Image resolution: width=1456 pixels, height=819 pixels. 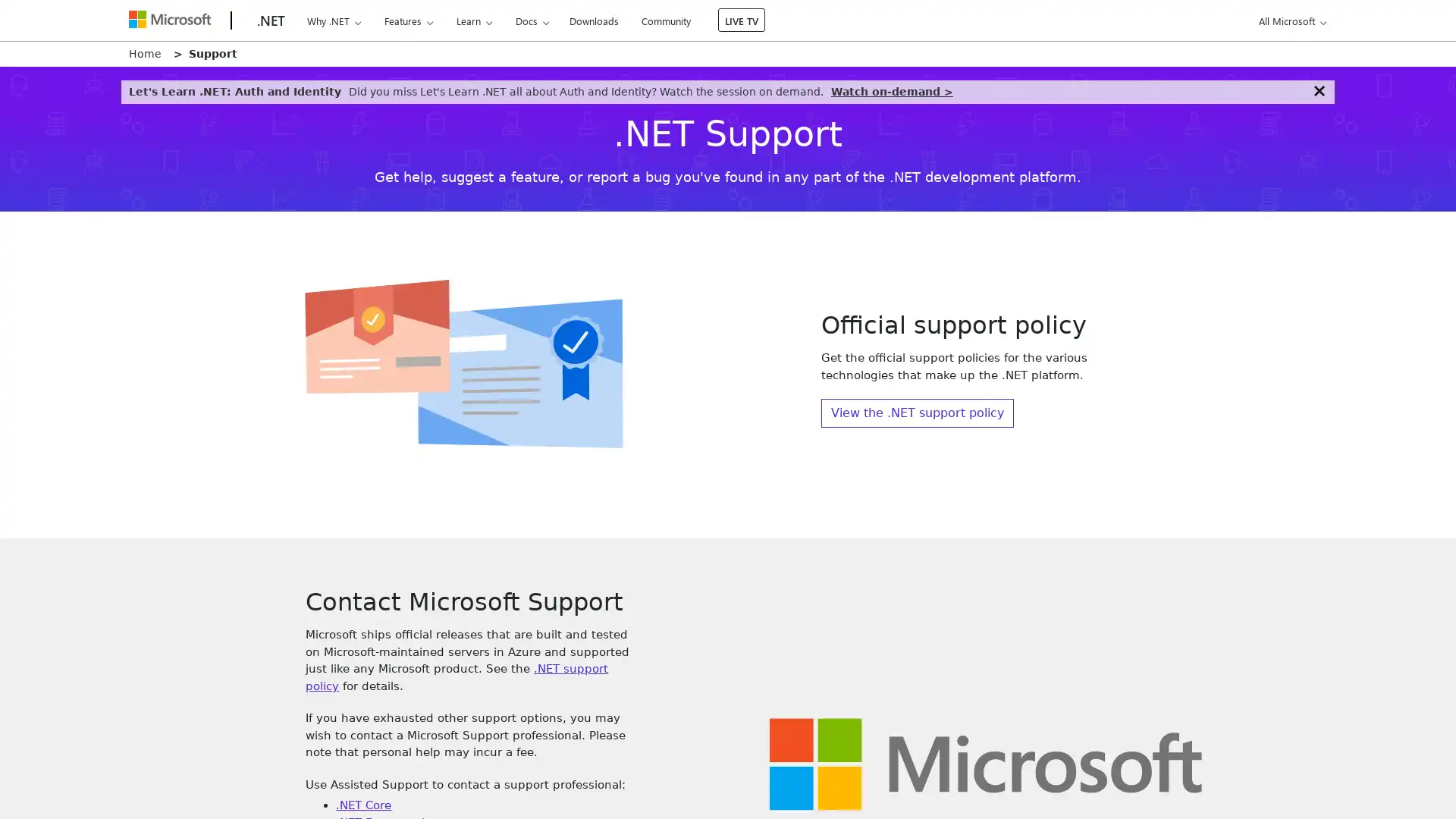 I want to click on All Microsoft expand to see list of Microsoft products and services, so click(x=1289, y=20).